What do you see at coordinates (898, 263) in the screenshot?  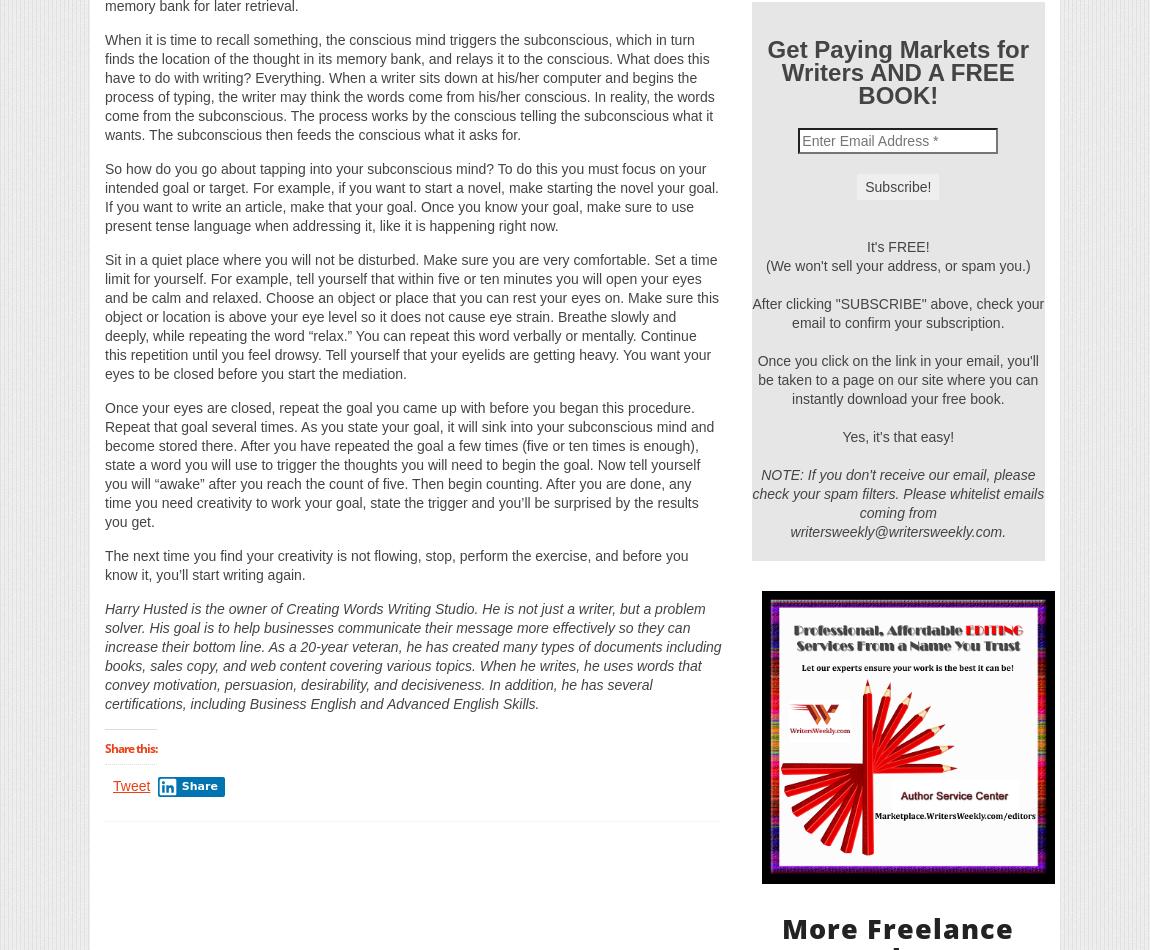 I see `'(We won't sell your address, or spam you.)'` at bounding box center [898, 263].